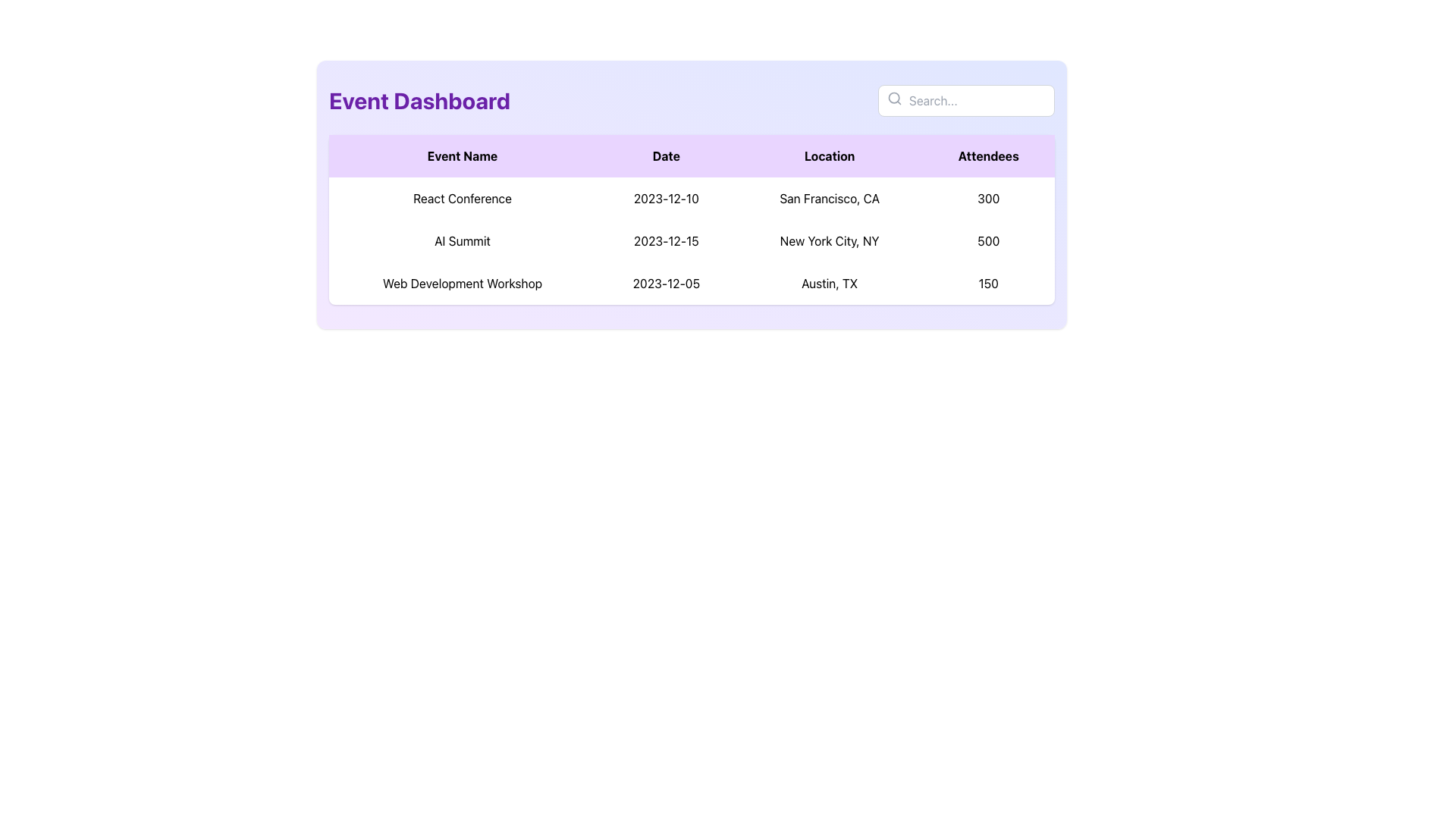 The width and height of the screenshot is (1456, 819). Describe the element at coordinates (691, 284) in the screenshot. I see `the third row of the event table displaying details for the 'Web Development Workshop' event` at that location.